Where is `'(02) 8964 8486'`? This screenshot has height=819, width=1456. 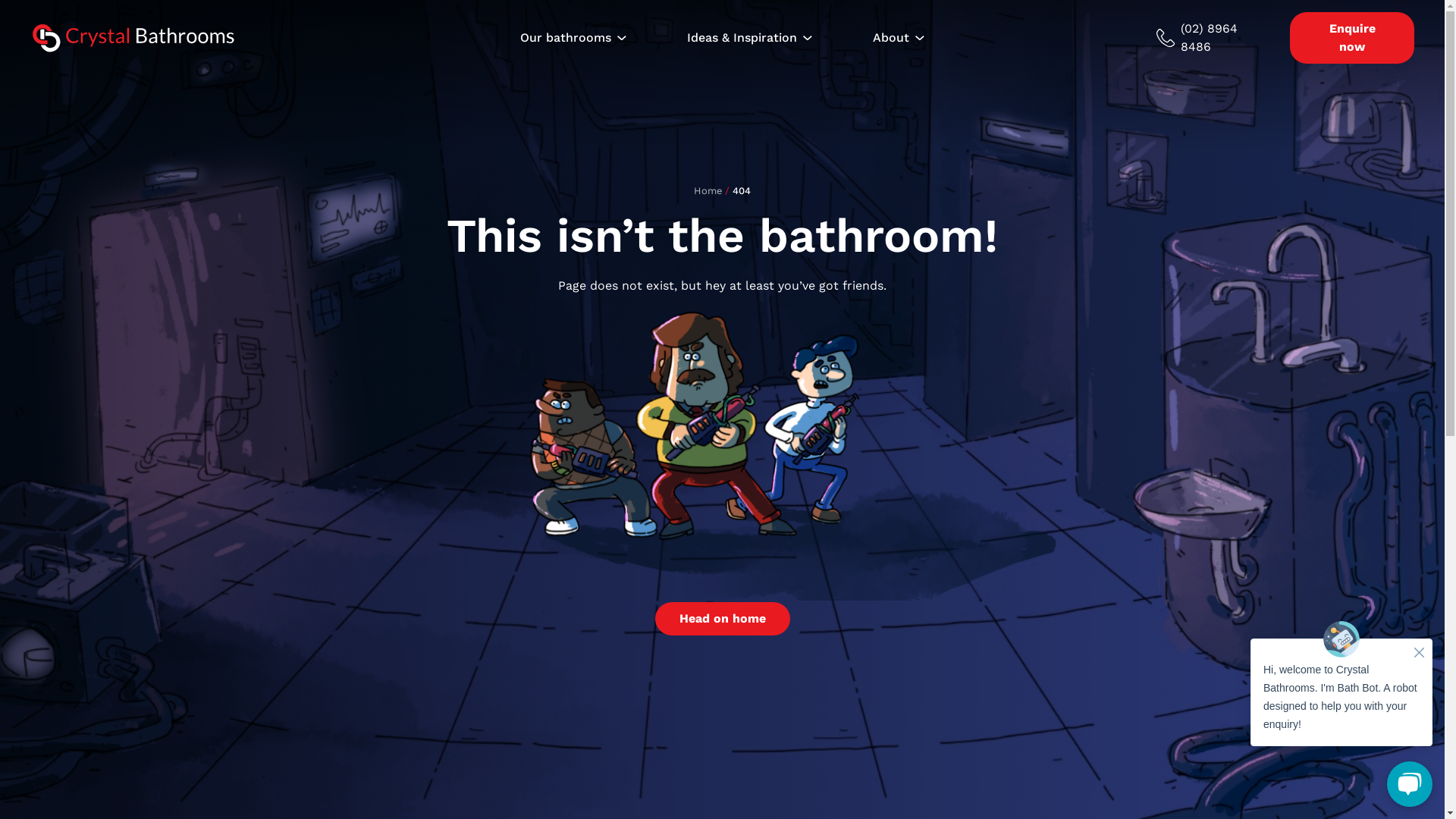 '(02) 8964 8486' is located at coordinates (1214, 37).